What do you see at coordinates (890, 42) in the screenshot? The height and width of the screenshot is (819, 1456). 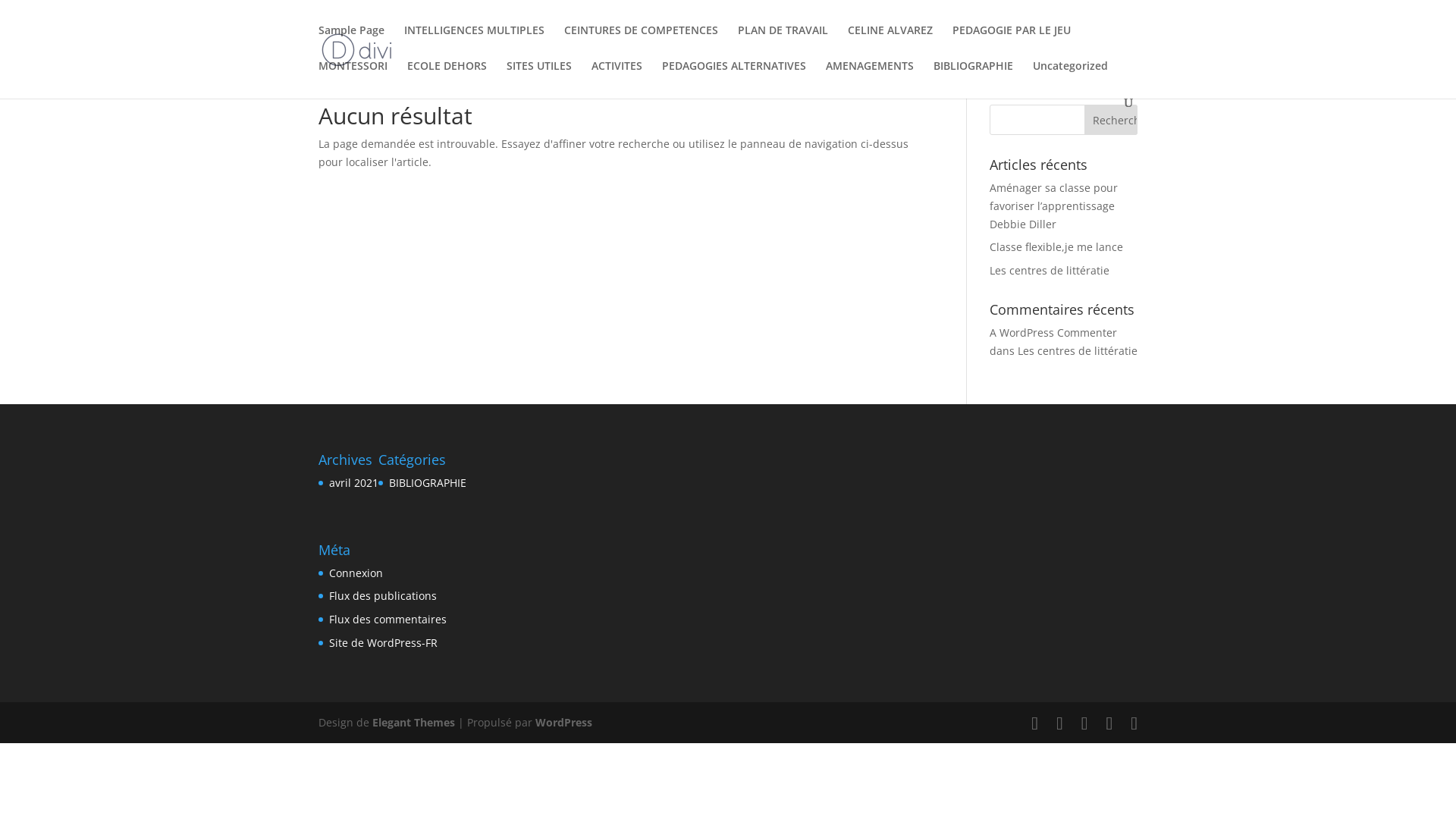 I see `'CELINE ALVAREZ'` at bounding box center [890, 42].